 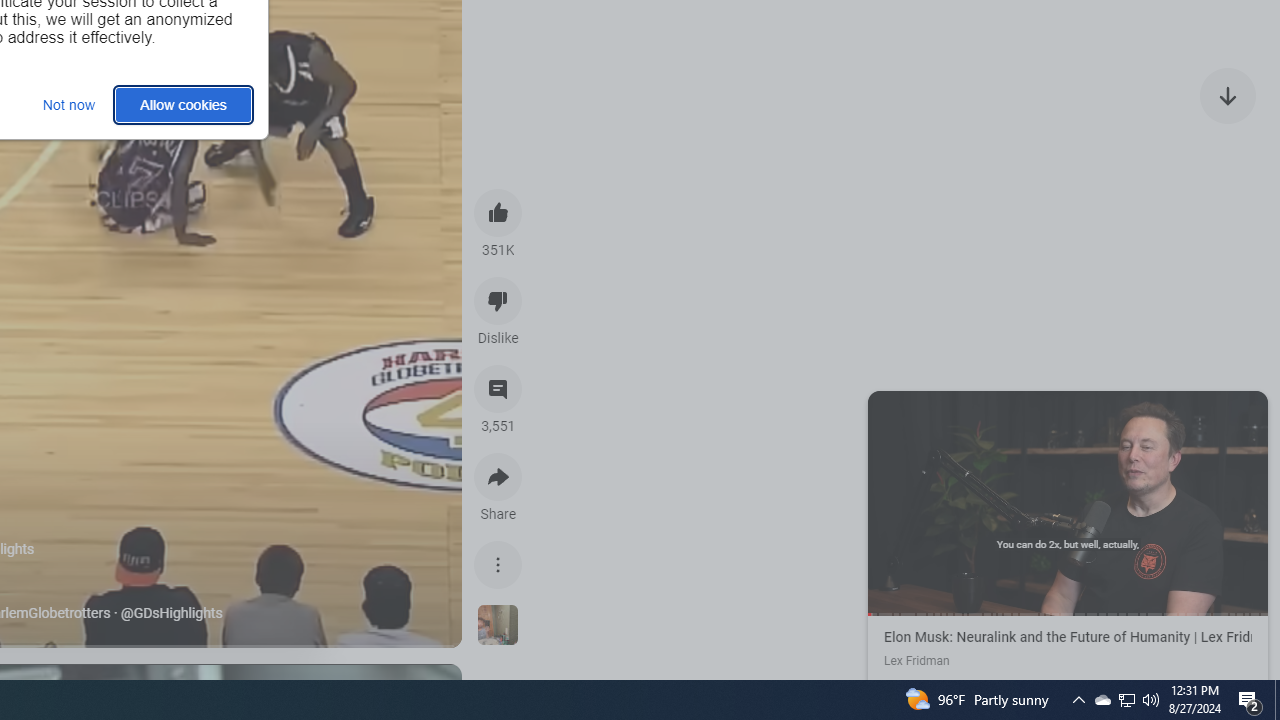 I want to click on 'Not now', so click(x=69, y=104).